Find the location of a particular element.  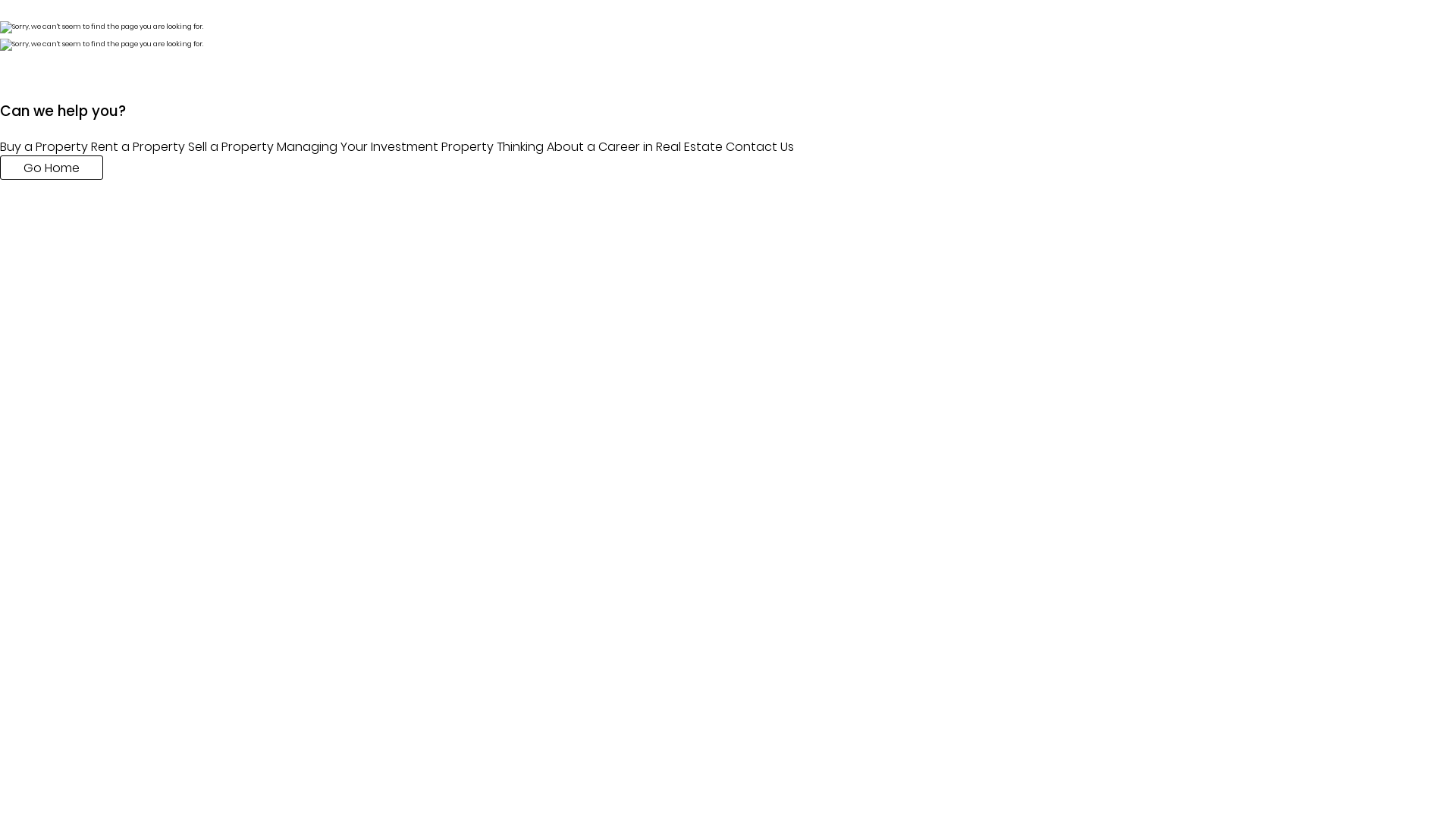

'Rent a Property' is located at coordinates (138, 146).